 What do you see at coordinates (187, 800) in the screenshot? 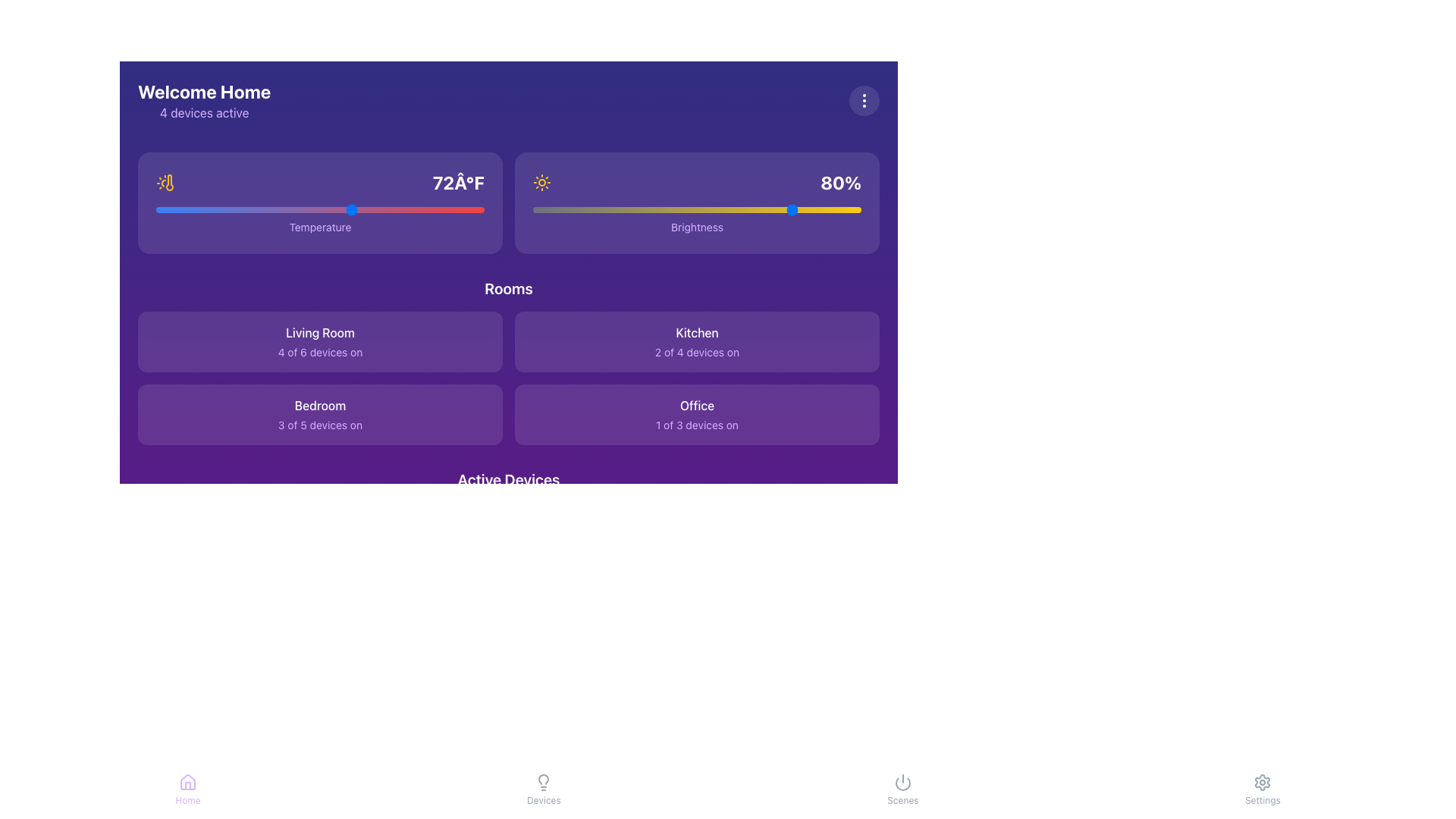
I see `text on the 'Home' label, which is a small light purple text located below the house icon in the grouped button` at bounding box center [187, 800].